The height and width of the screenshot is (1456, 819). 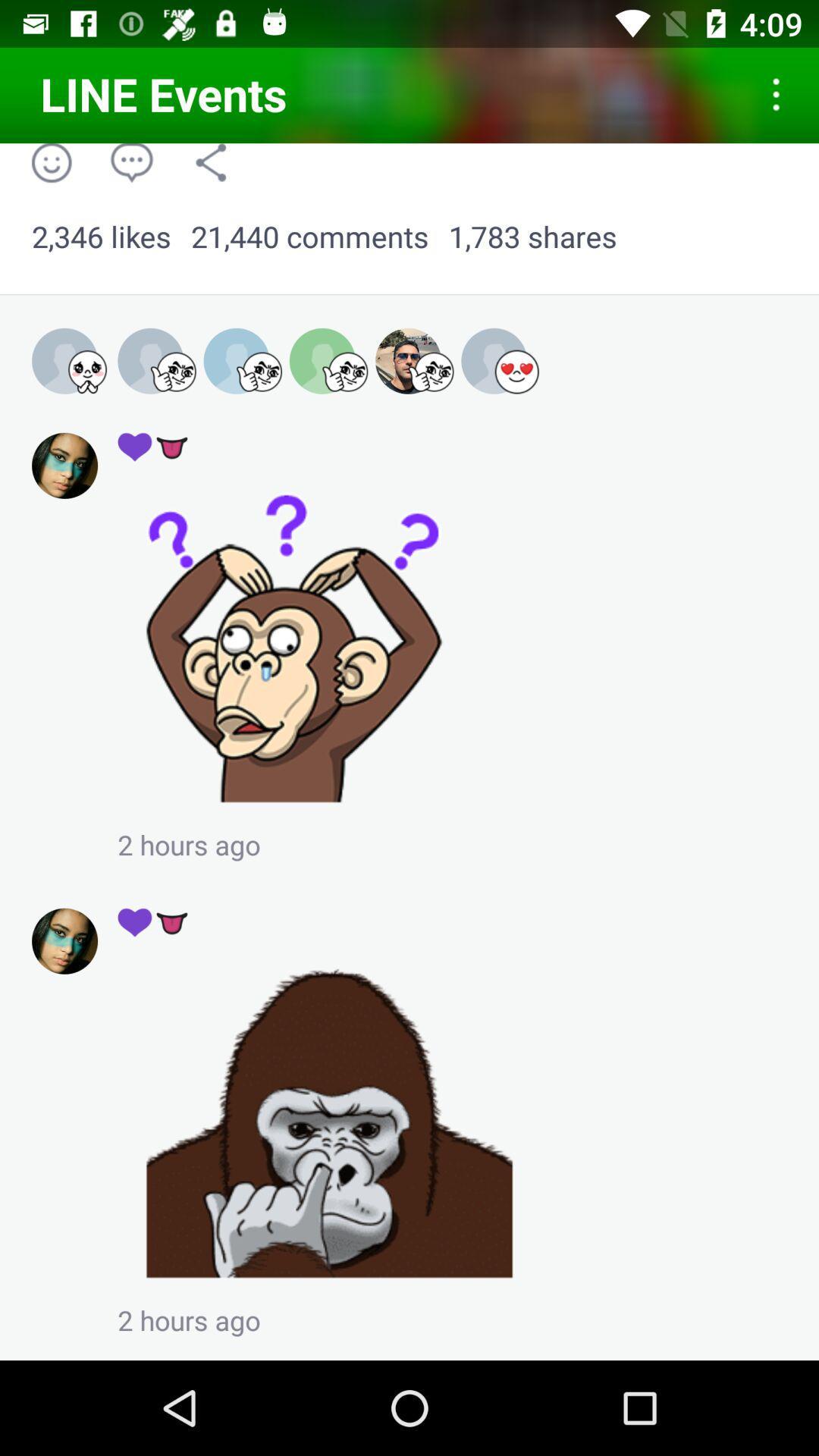 What do you see at coordinates (51, 162) in the screenshot?
I see `the icon above 2,346 likes item` at bounding box center [51, 162].